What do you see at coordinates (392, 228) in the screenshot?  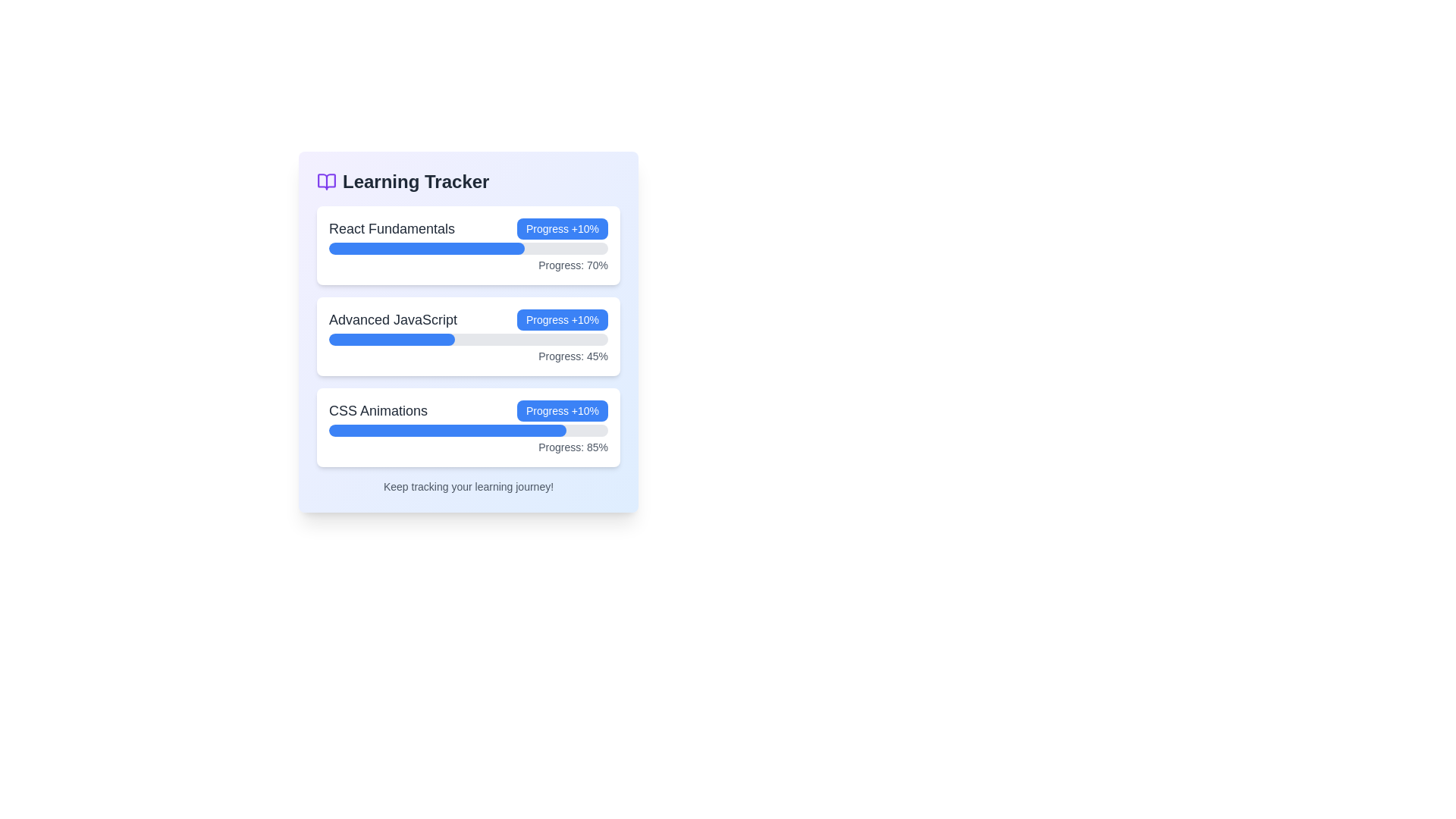 I see `the text label displaying 'React Fundamentals'` at bounding box center [392, 228].